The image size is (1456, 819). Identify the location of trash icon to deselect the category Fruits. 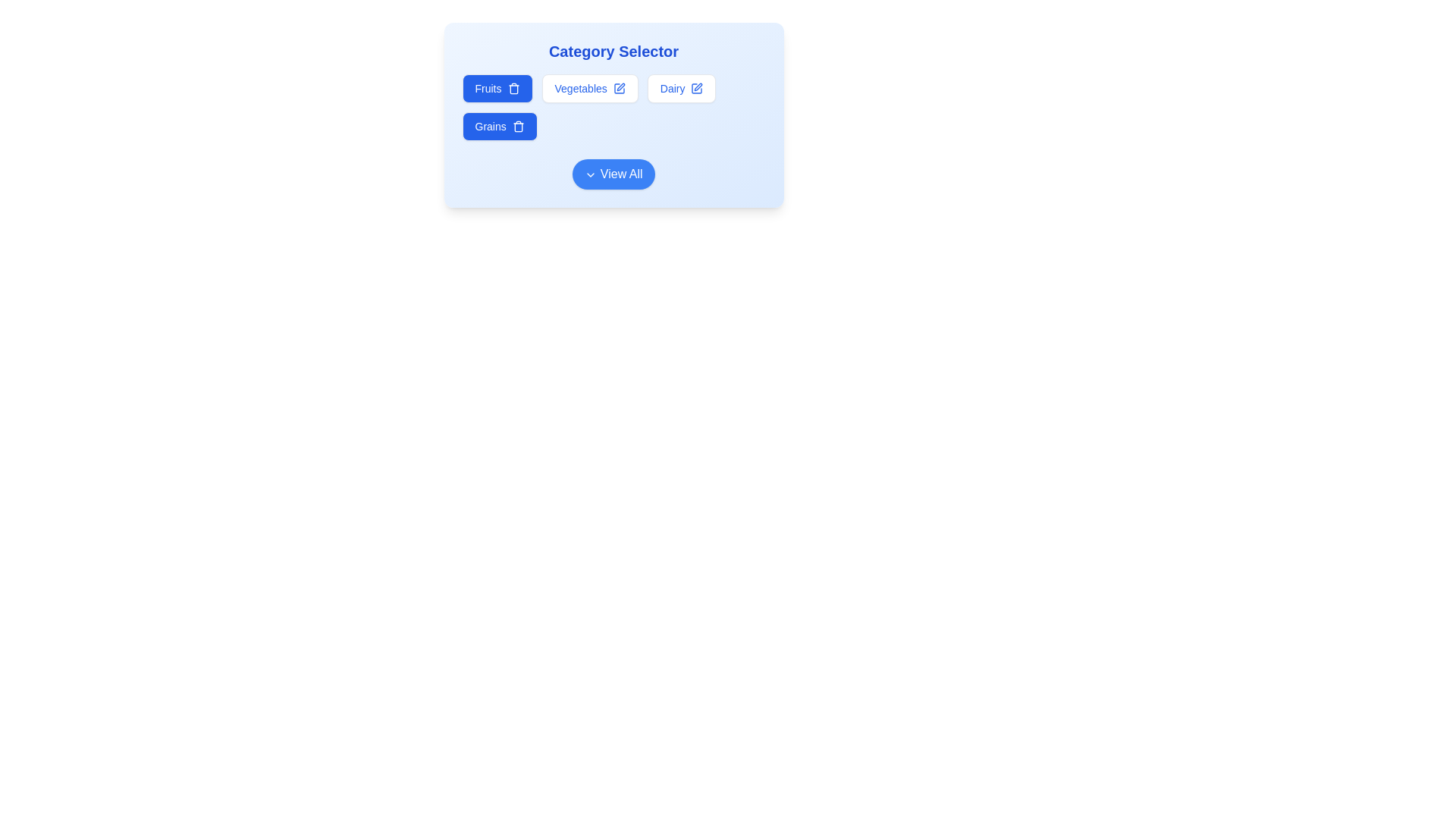
(513, 88).